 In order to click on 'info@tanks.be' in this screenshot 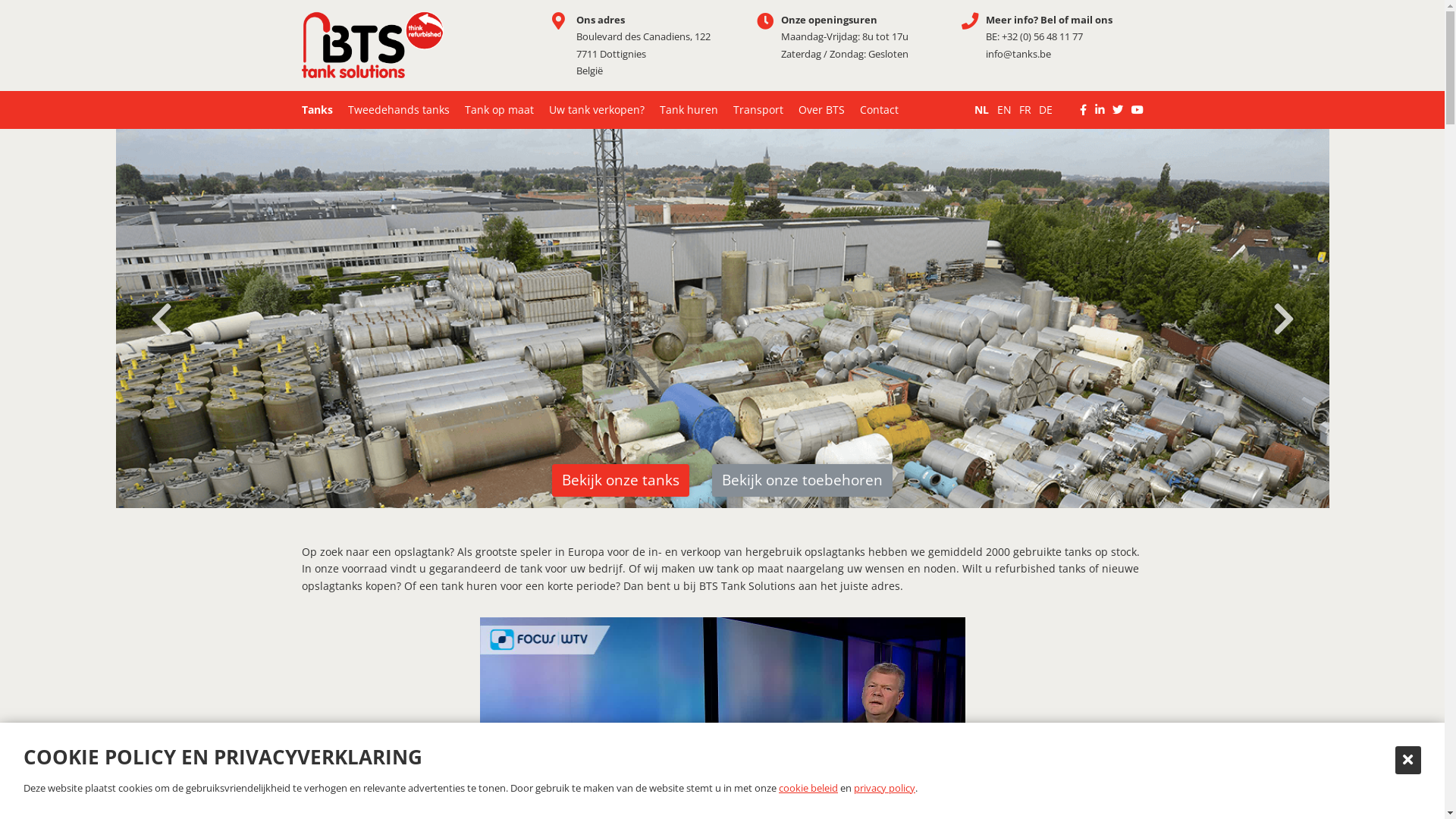, I will do `click(986, 52)`.